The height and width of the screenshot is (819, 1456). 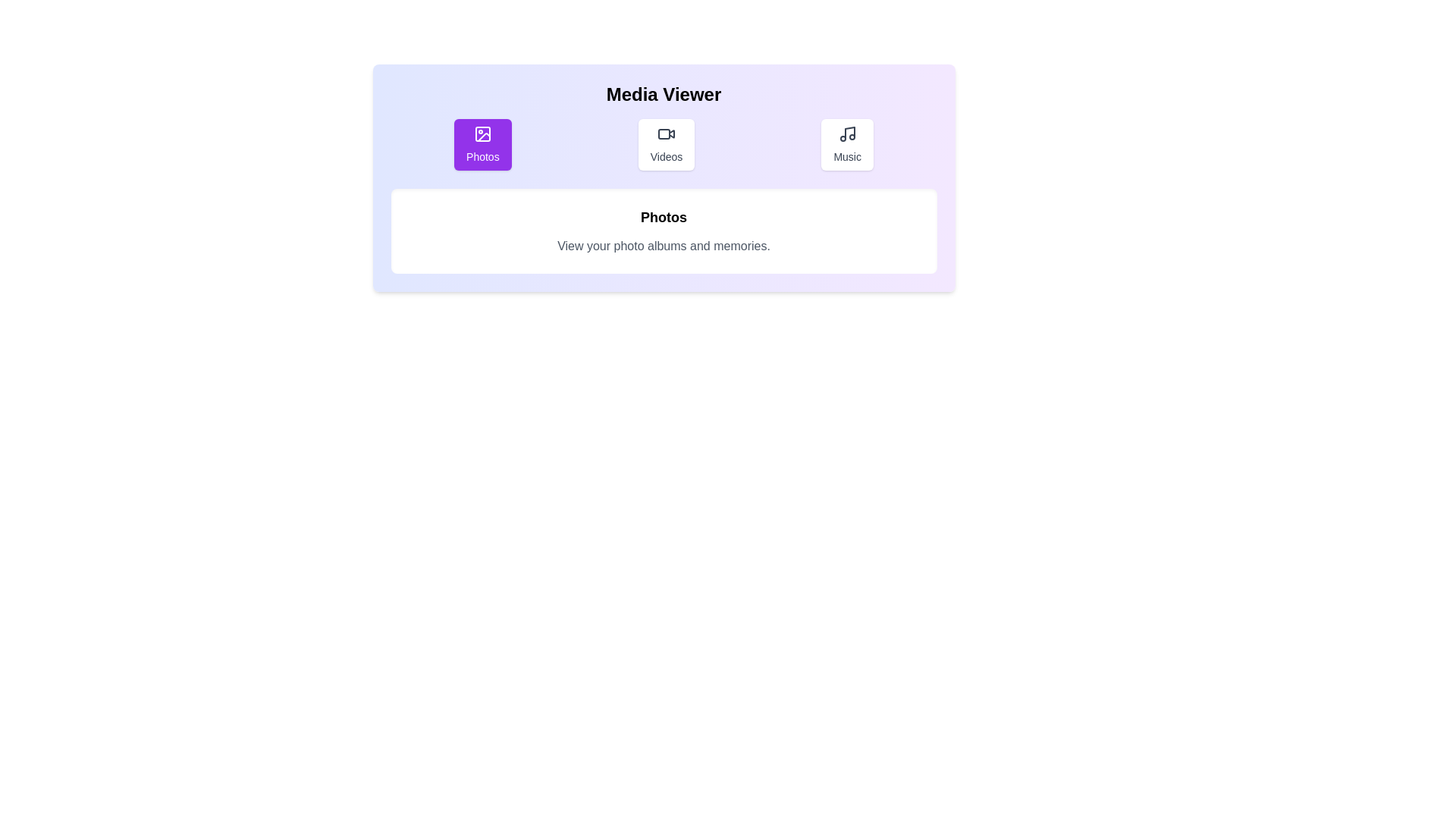 What do you see at coordinates (666, 145) in the screenshot?
I see `the Videos tab to view its content` at bounding box center [666, 145].